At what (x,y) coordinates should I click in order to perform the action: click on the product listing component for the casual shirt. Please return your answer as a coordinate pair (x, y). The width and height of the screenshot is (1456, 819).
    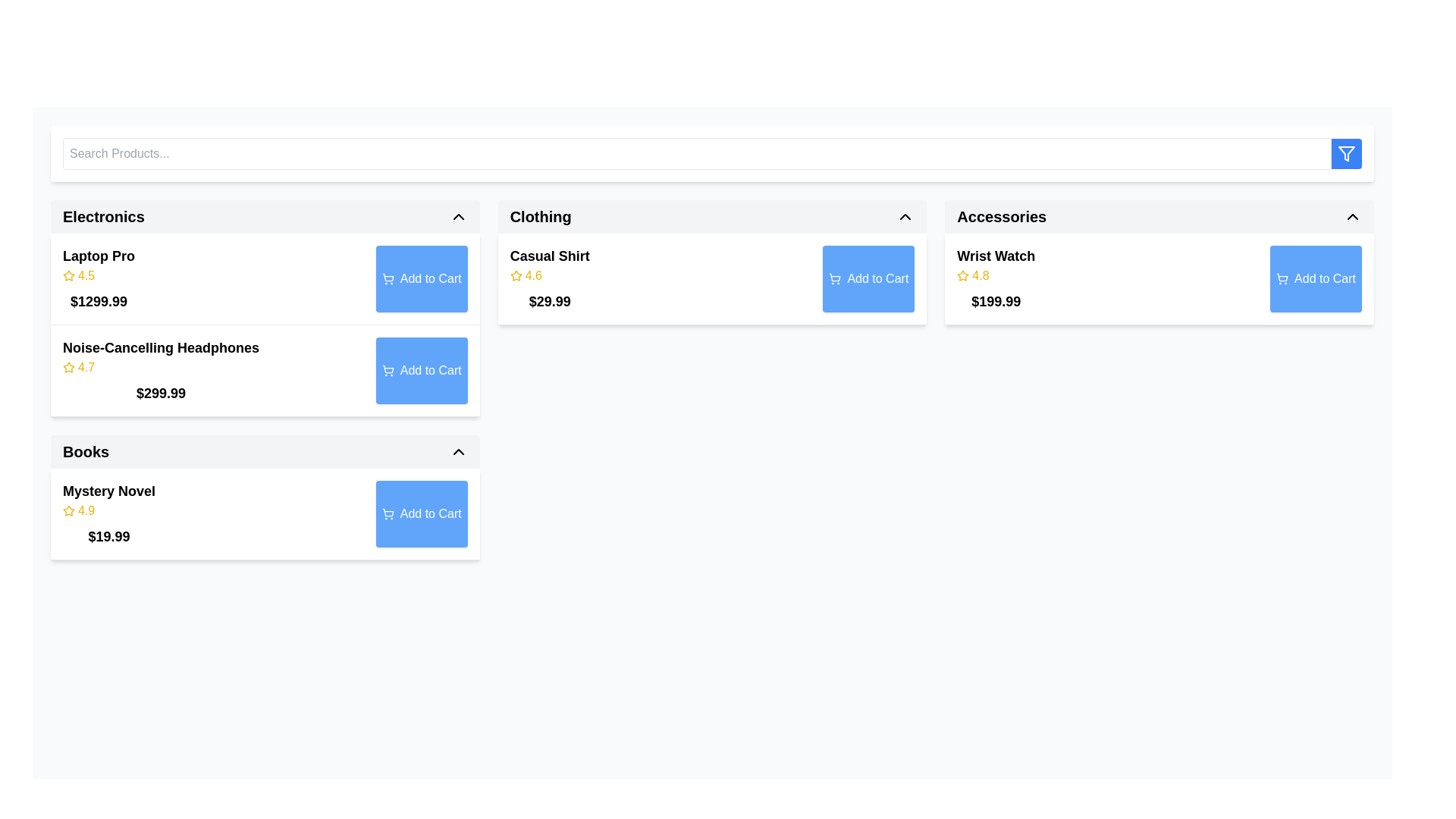
    Looking at the image, I should click on (711, 279).